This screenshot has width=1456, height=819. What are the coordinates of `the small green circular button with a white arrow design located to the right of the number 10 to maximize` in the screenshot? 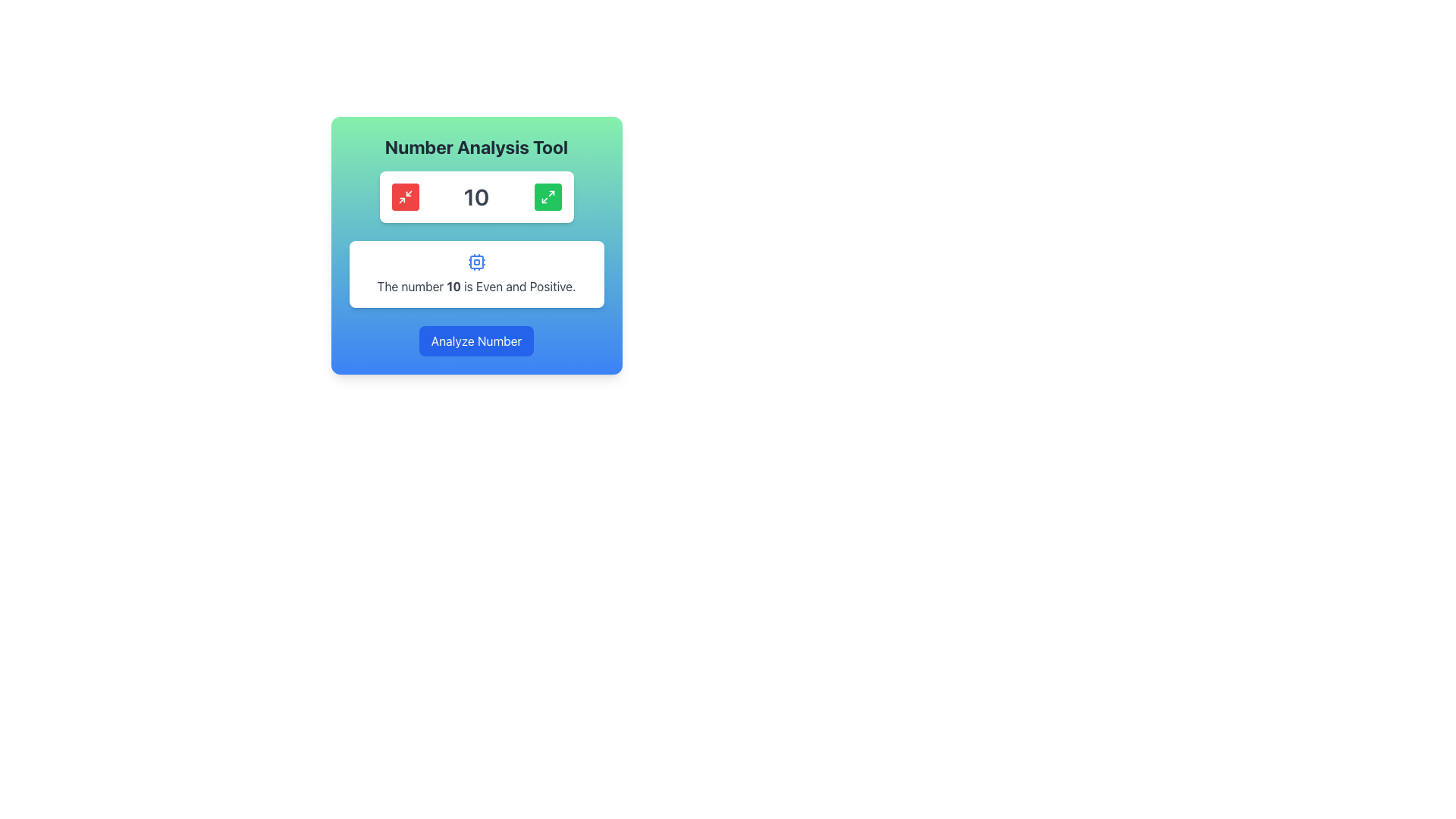 It's located at (547, 196).